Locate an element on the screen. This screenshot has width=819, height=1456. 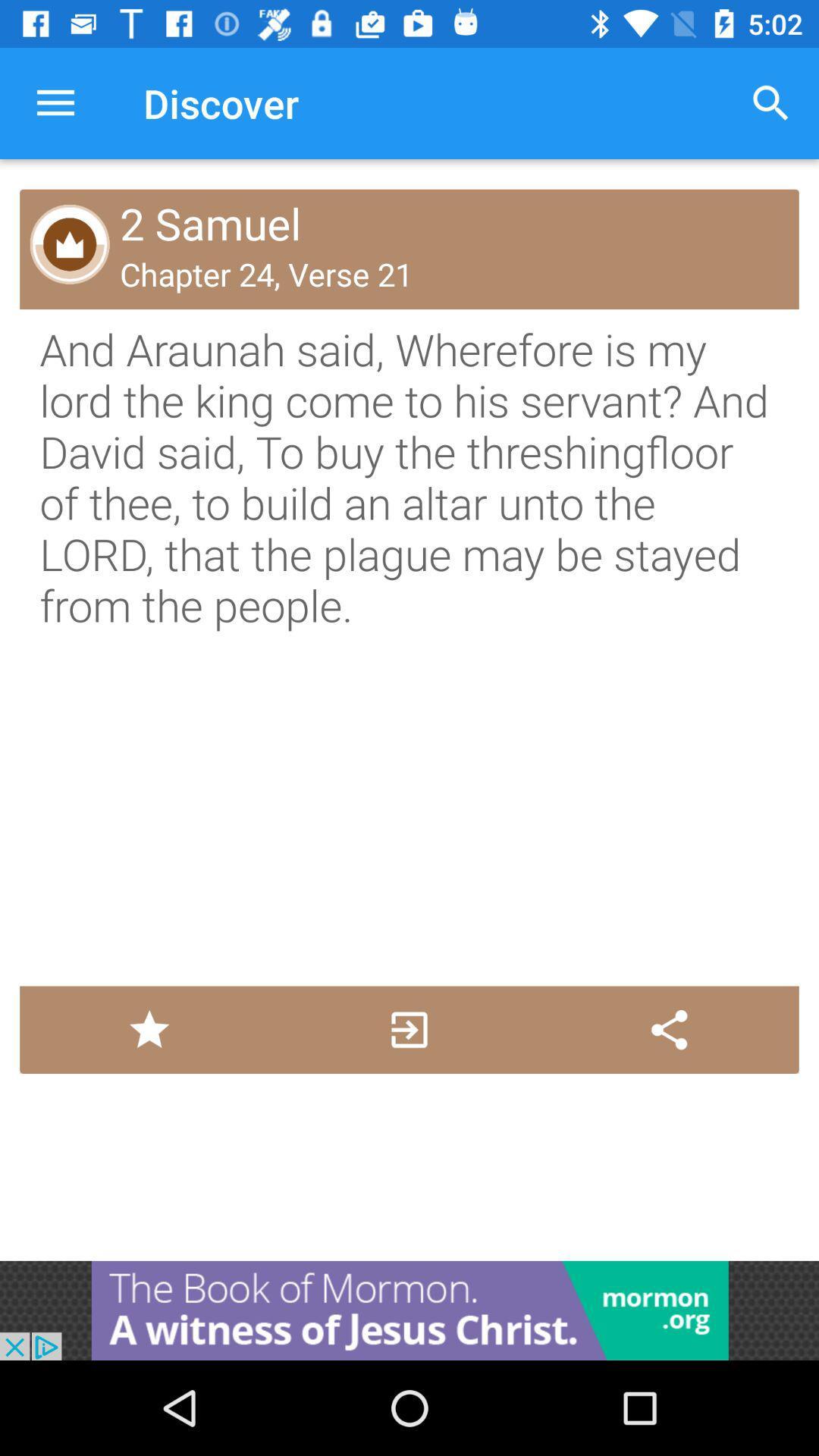
advertisement is located at coordinates (409, 1310).